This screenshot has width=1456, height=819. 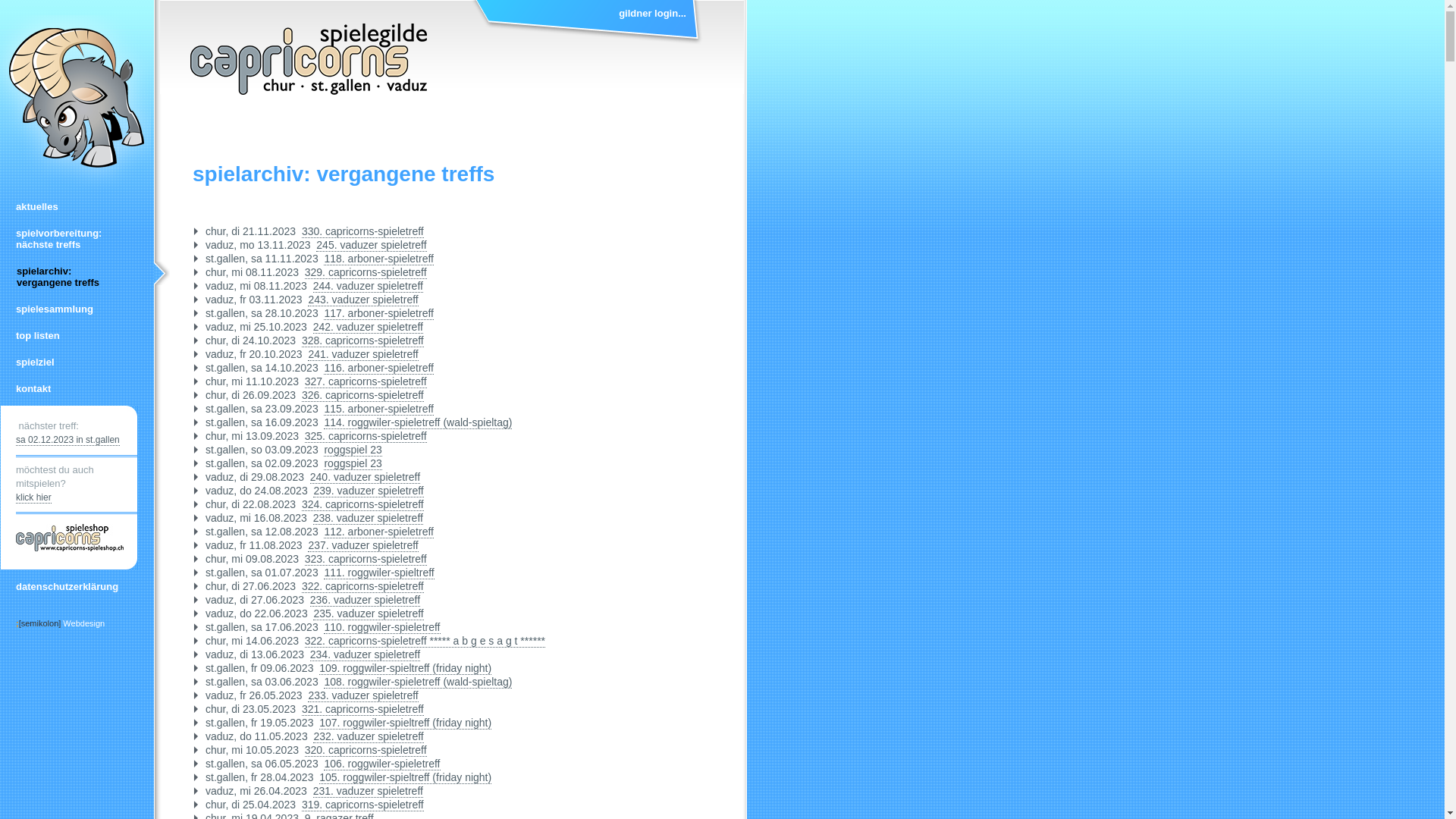 I want to click on '326. capricorns-spieletreff', so click(x=302, y=394).